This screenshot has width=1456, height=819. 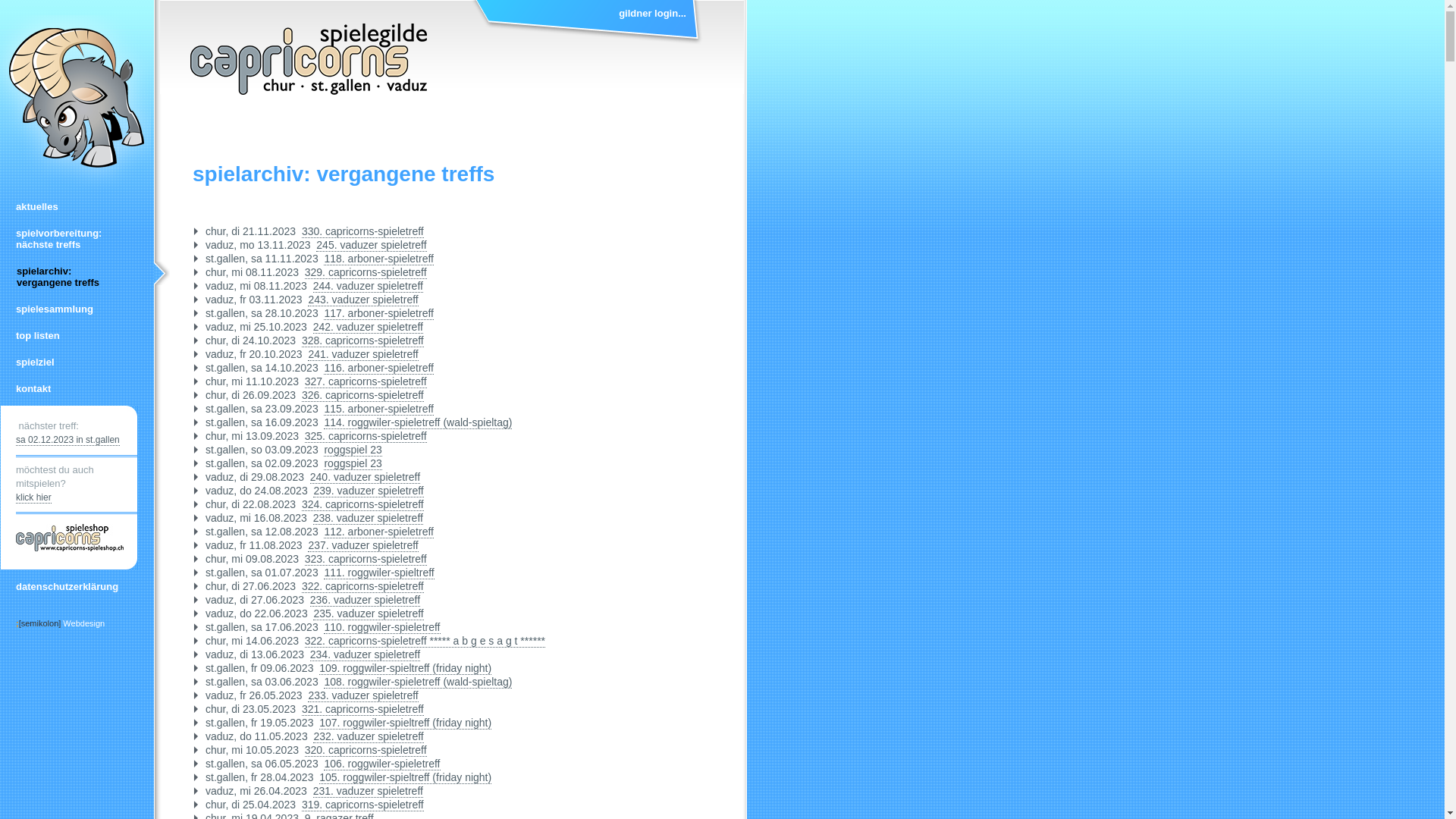 I want to click on '326. capricorns-spieletreff', so click(x=302, y=394).